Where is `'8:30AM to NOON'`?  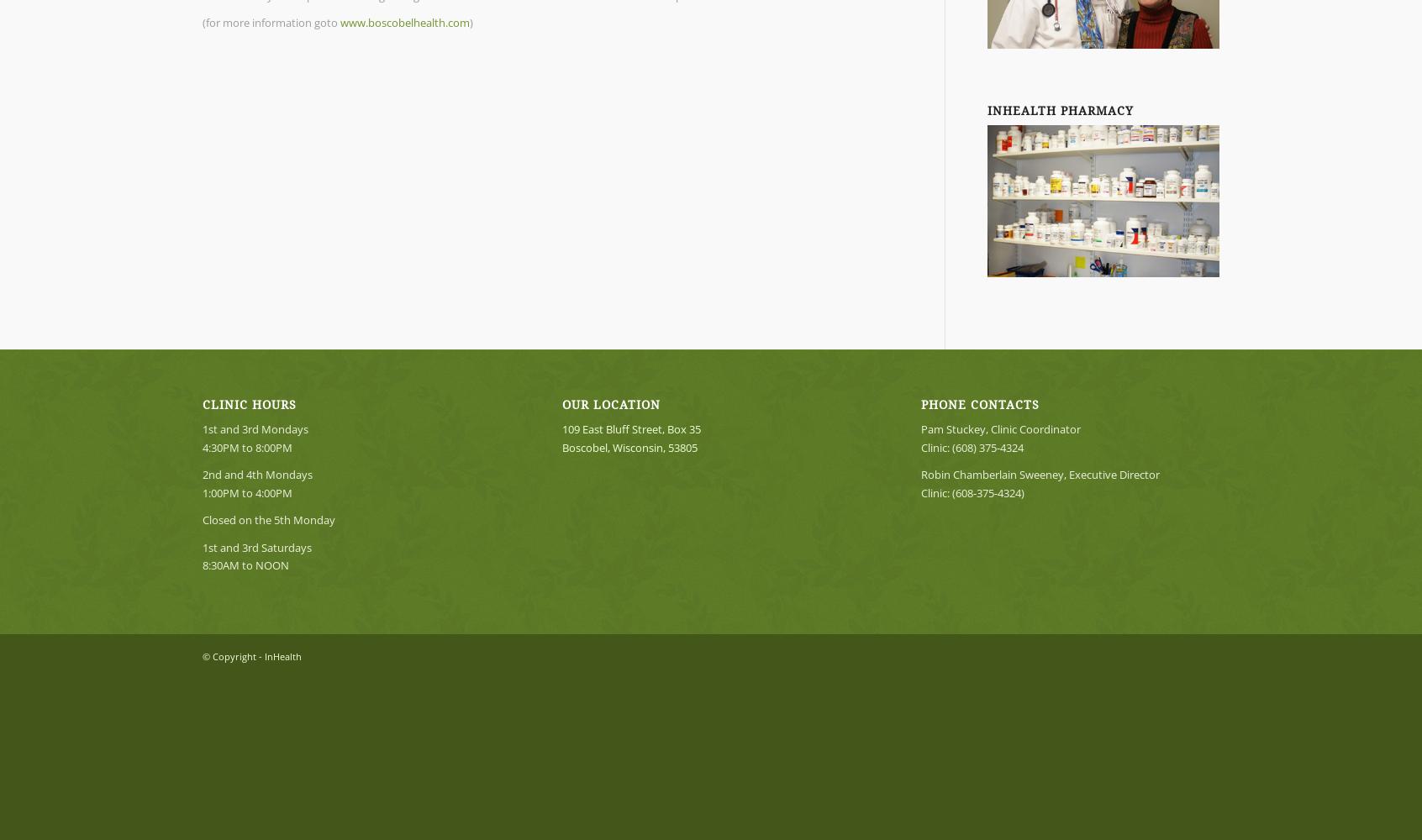
'8:30AM to NOON' is located at coordinates (202, 565).